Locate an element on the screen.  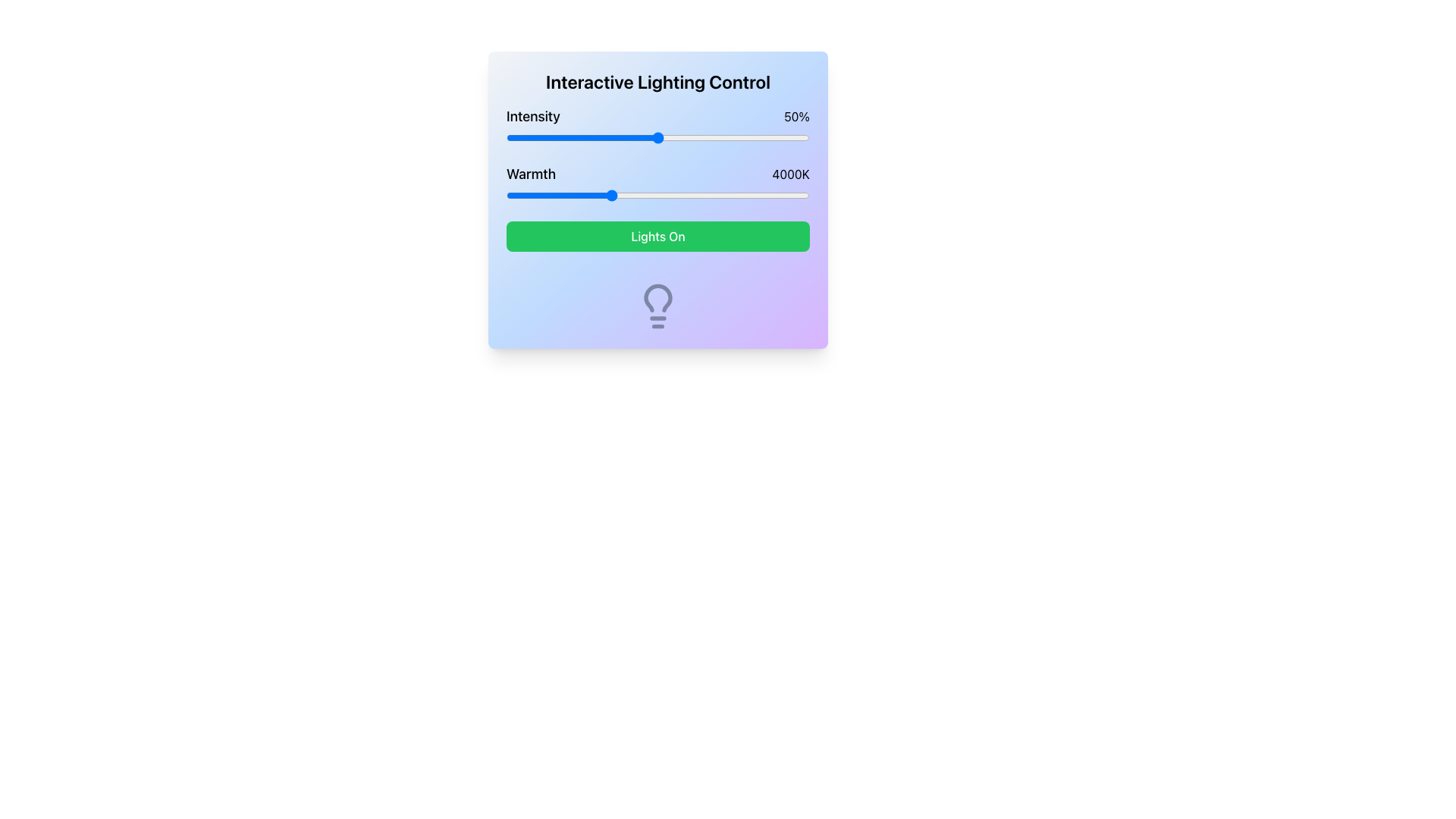
warmth is located at coordinates (650, 195).